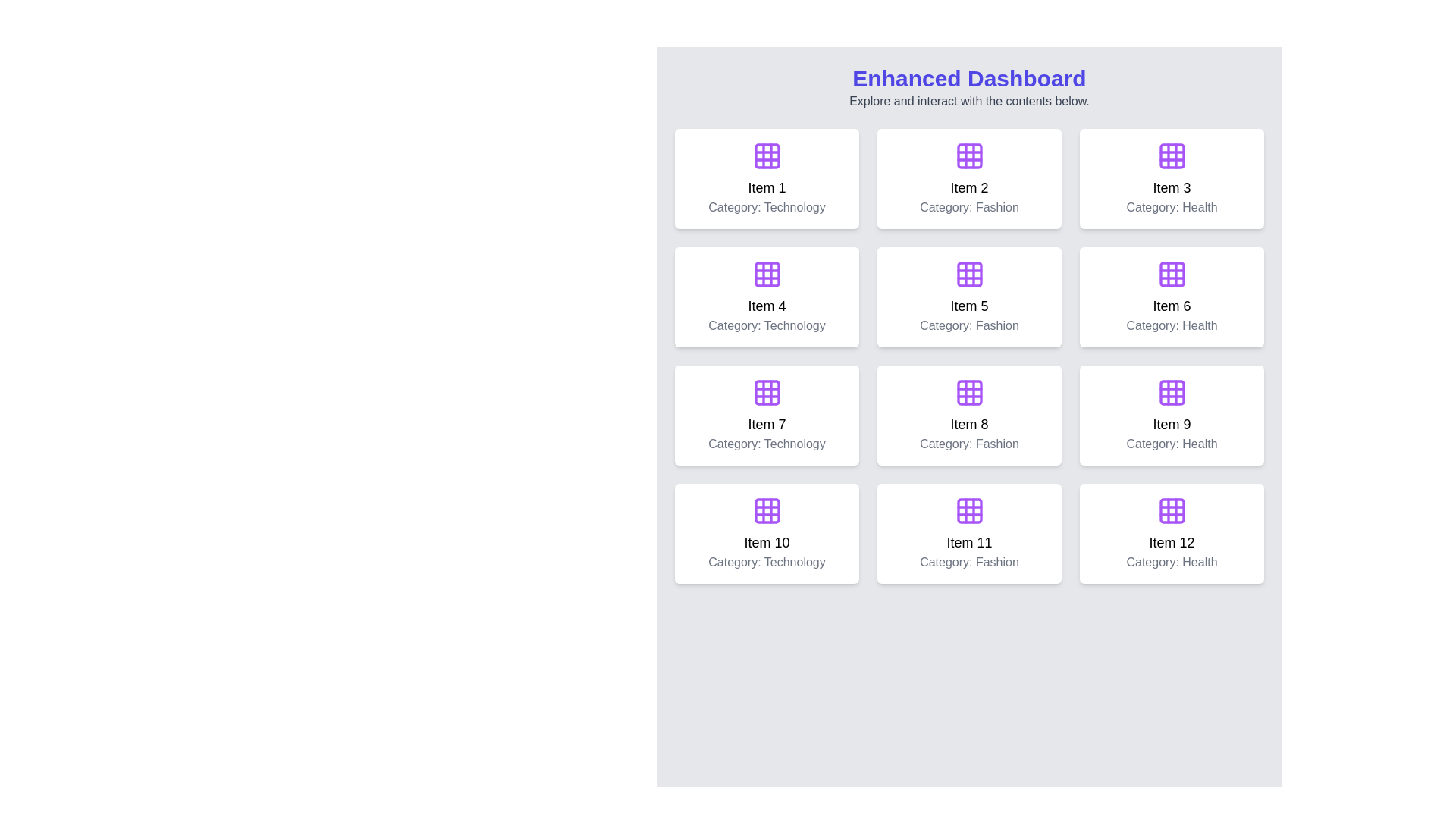  I want to click on the informational Text Label indicating the category 'Health' located within the card labeled 'Item 6', which is positioned in the last position of the second row of horizontally aligned cards, so click(1171, 325).